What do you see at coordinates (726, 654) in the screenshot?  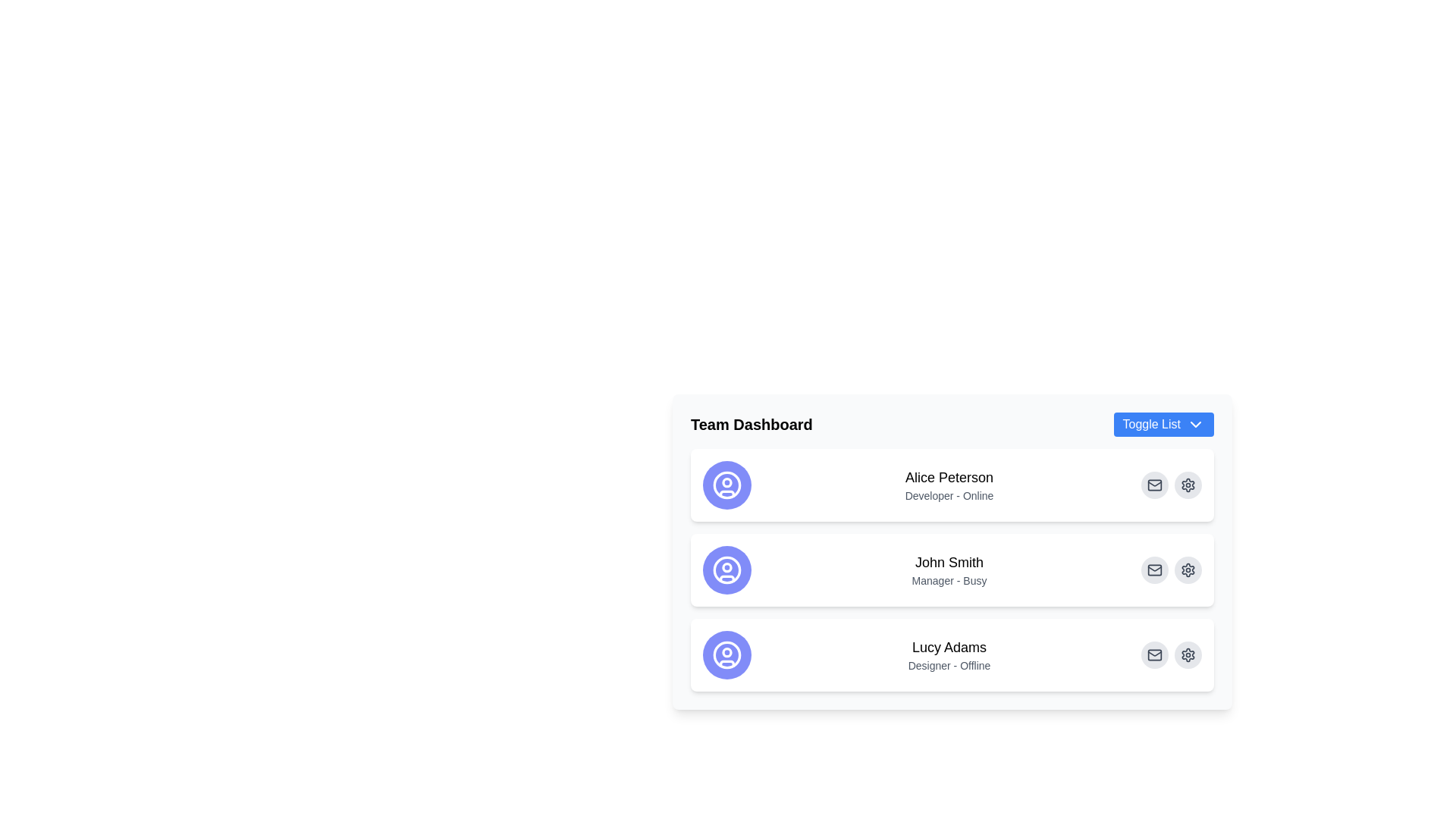 I see `the user profile icon for Lucy Adams, which is a light indigo SVG graphic located in the bottommost row of the Team Dashboard section` at bounding box center [726, 654].